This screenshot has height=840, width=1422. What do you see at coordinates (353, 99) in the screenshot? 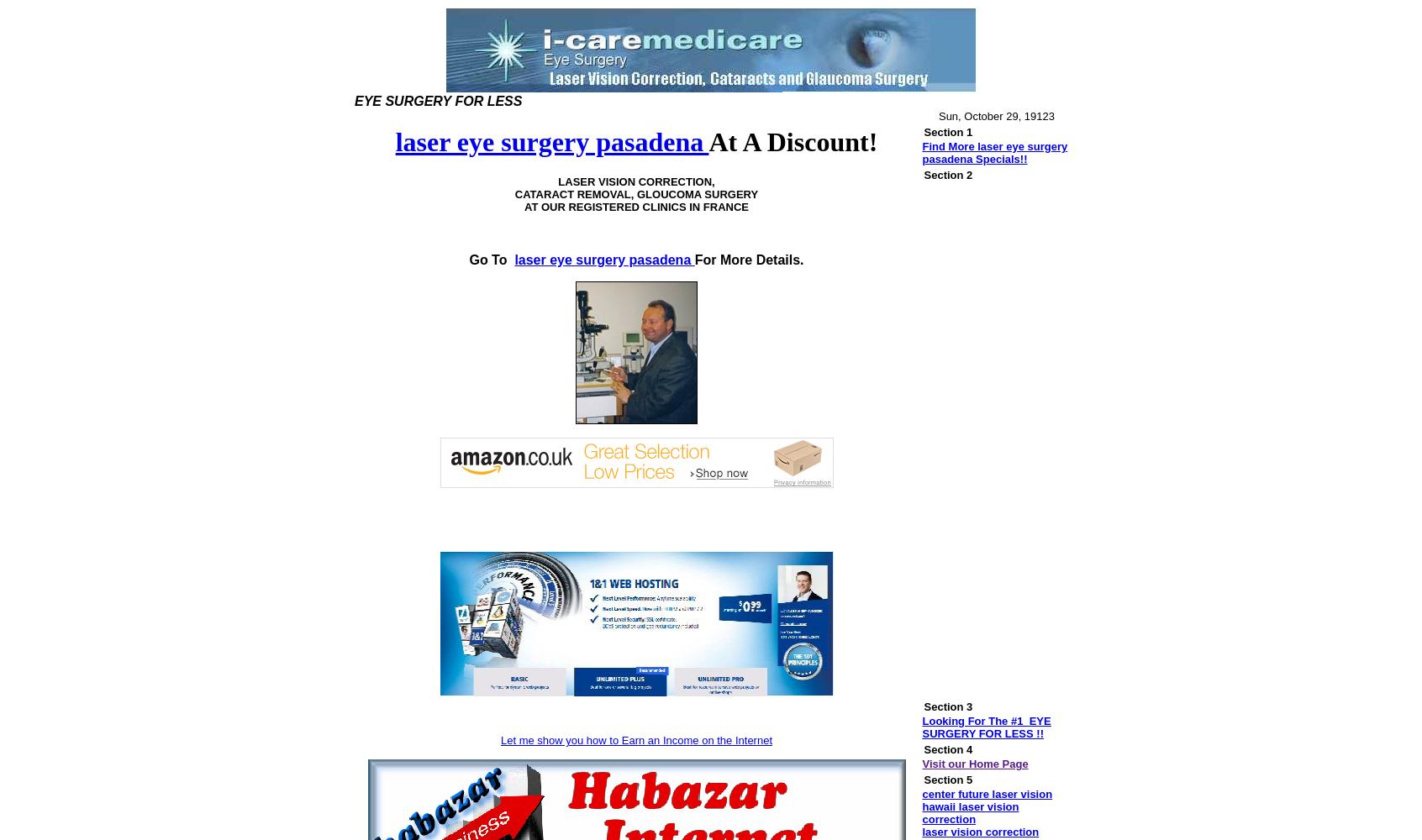
I see `'EYE SURGERY FOR LESS'` at bounding box center [353, 99].